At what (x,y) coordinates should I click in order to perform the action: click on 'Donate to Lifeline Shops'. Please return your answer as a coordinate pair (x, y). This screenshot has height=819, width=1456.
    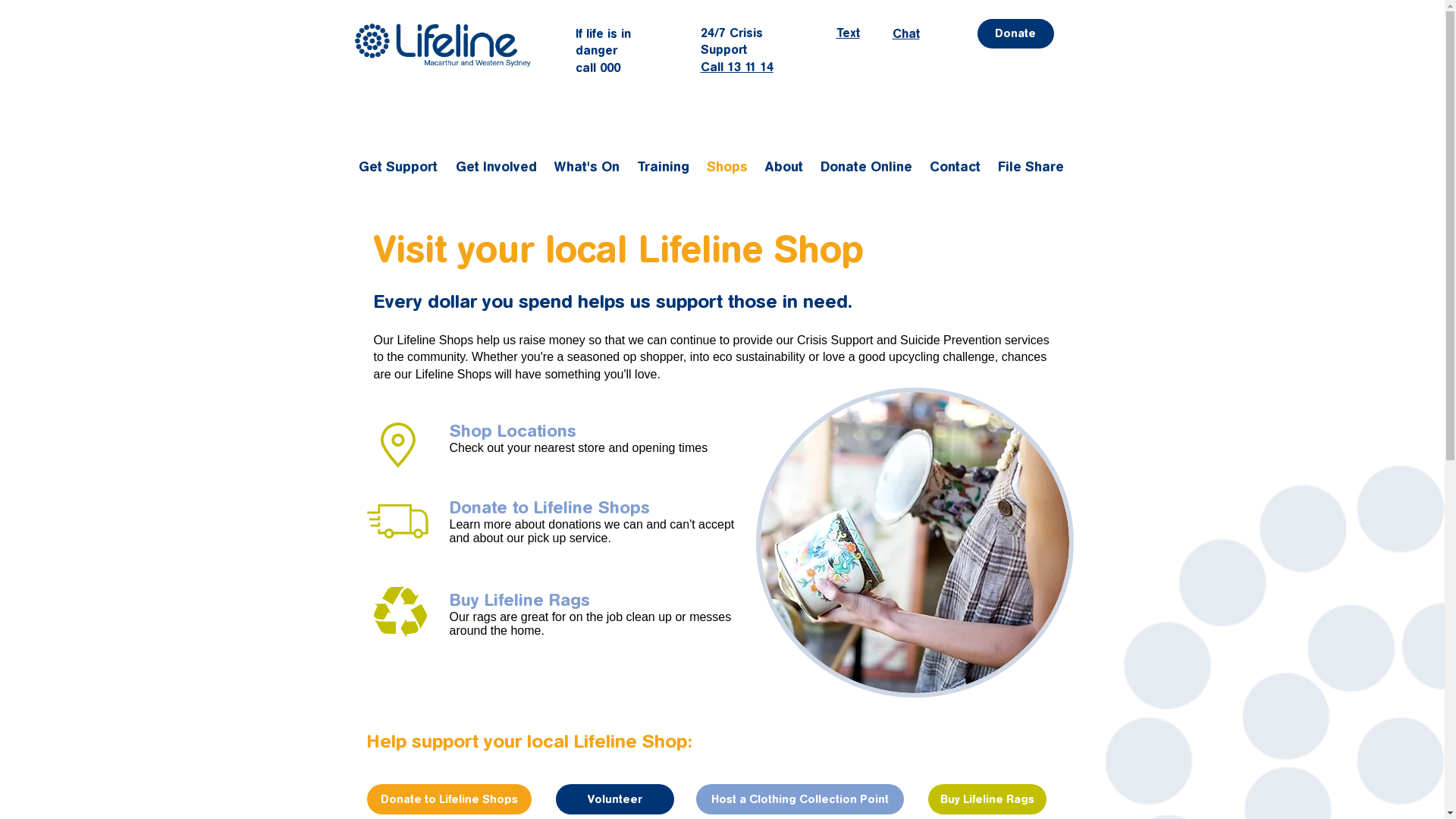
    Looking at the image, I should click on (447, 507).